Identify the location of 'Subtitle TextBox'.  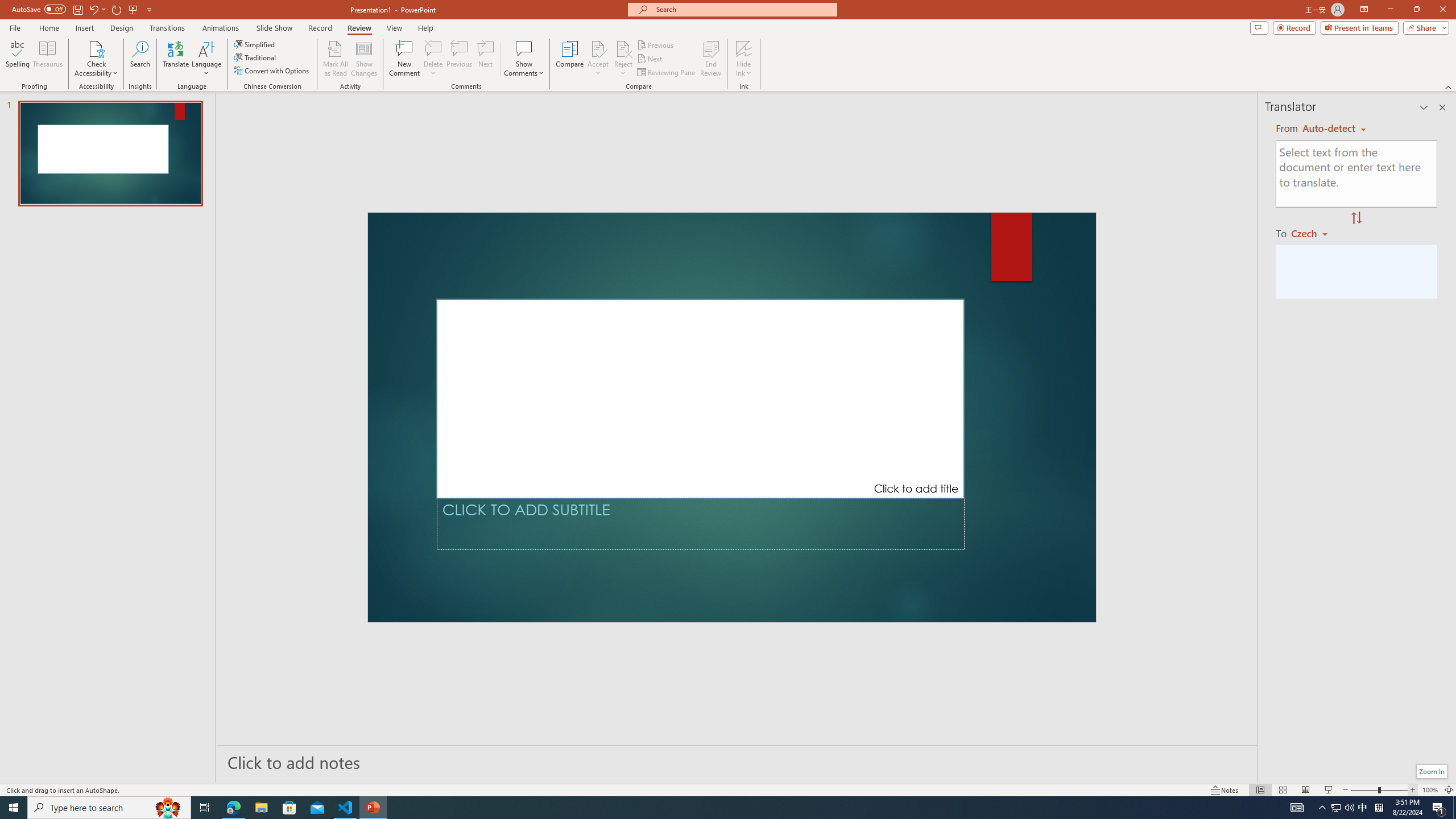
(700, 523).